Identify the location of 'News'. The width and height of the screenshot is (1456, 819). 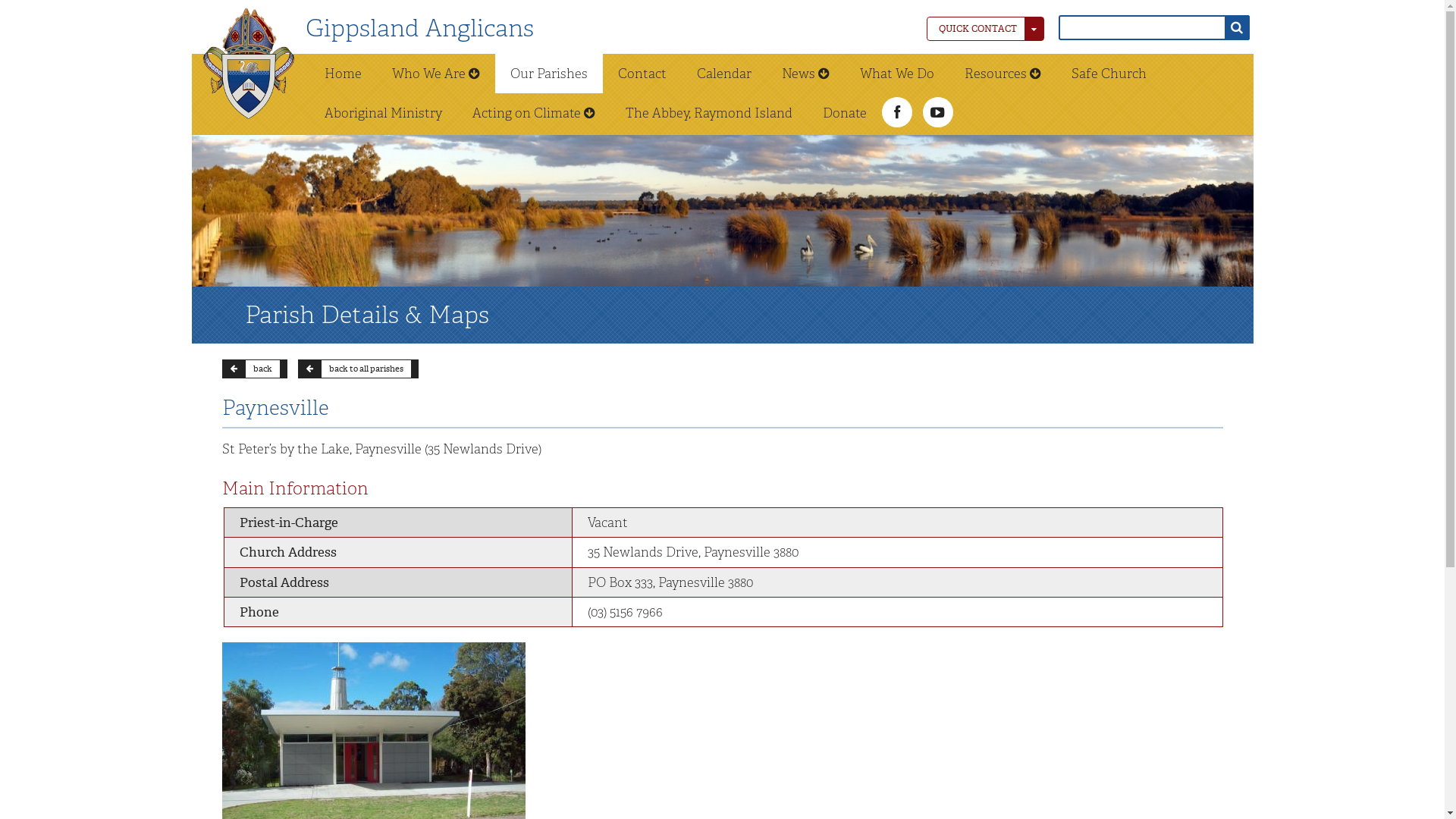
(765, 73).